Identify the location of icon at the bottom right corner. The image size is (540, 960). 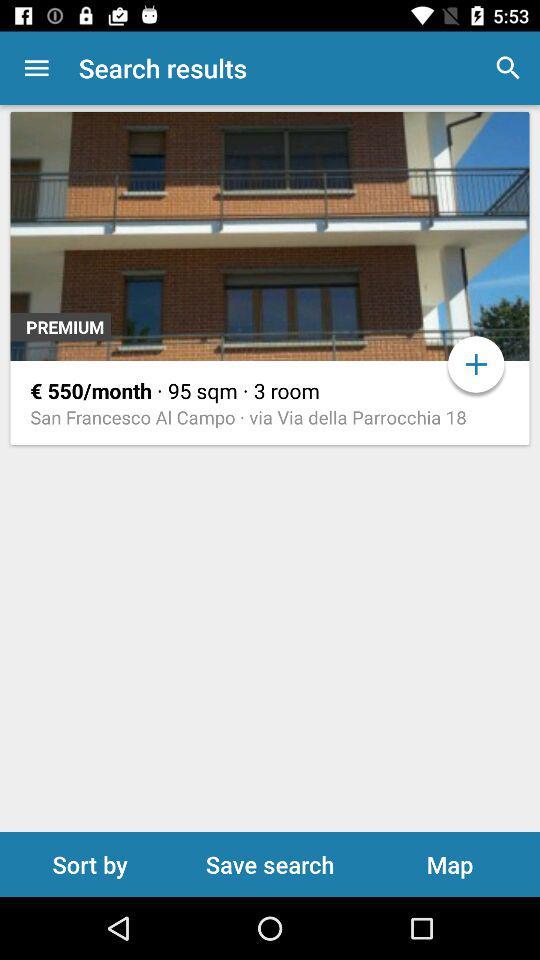
(449, 863).